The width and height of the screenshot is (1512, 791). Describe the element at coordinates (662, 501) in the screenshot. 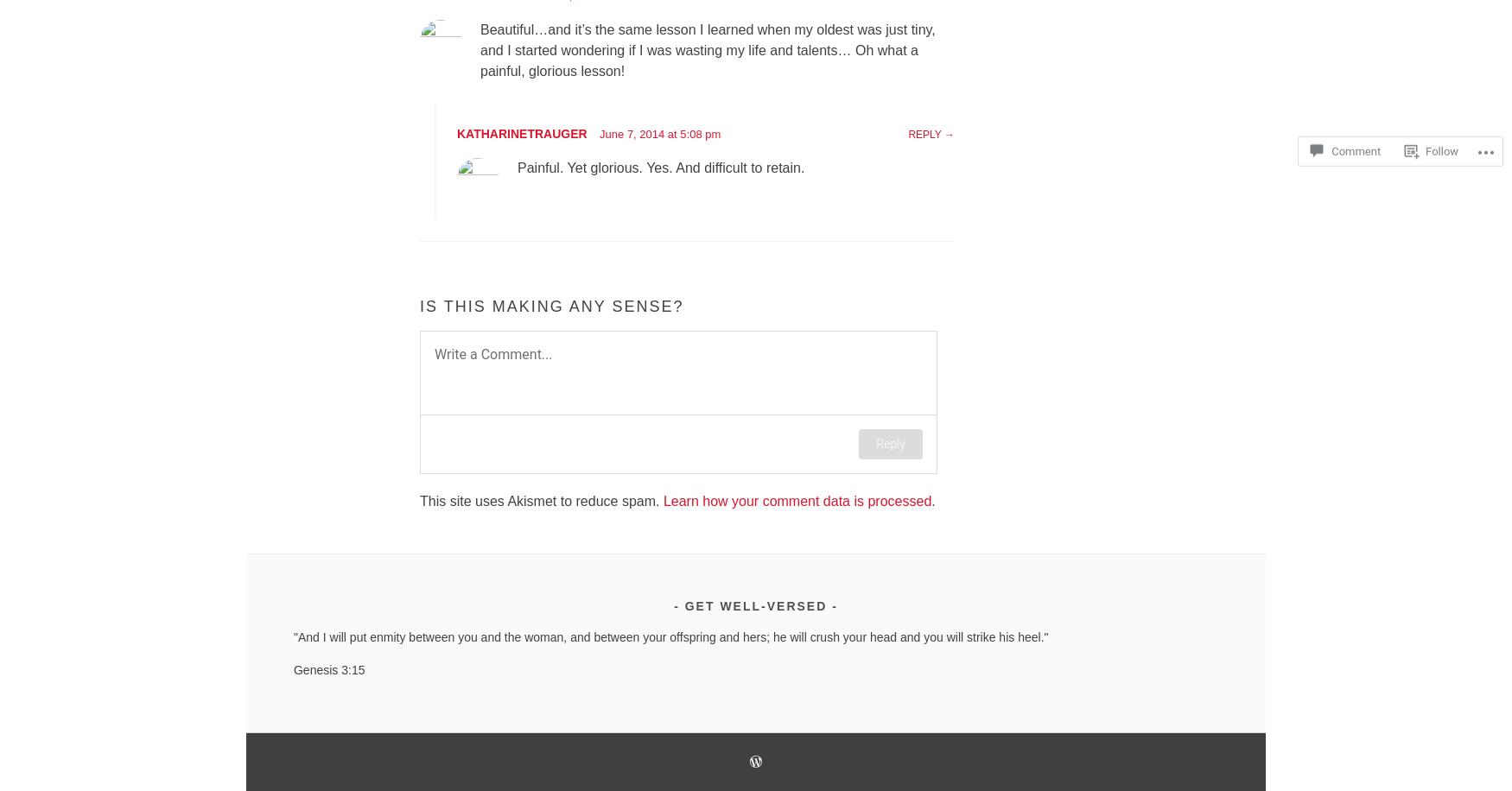

I see `'Learn how your comment data is processed'` at that location.